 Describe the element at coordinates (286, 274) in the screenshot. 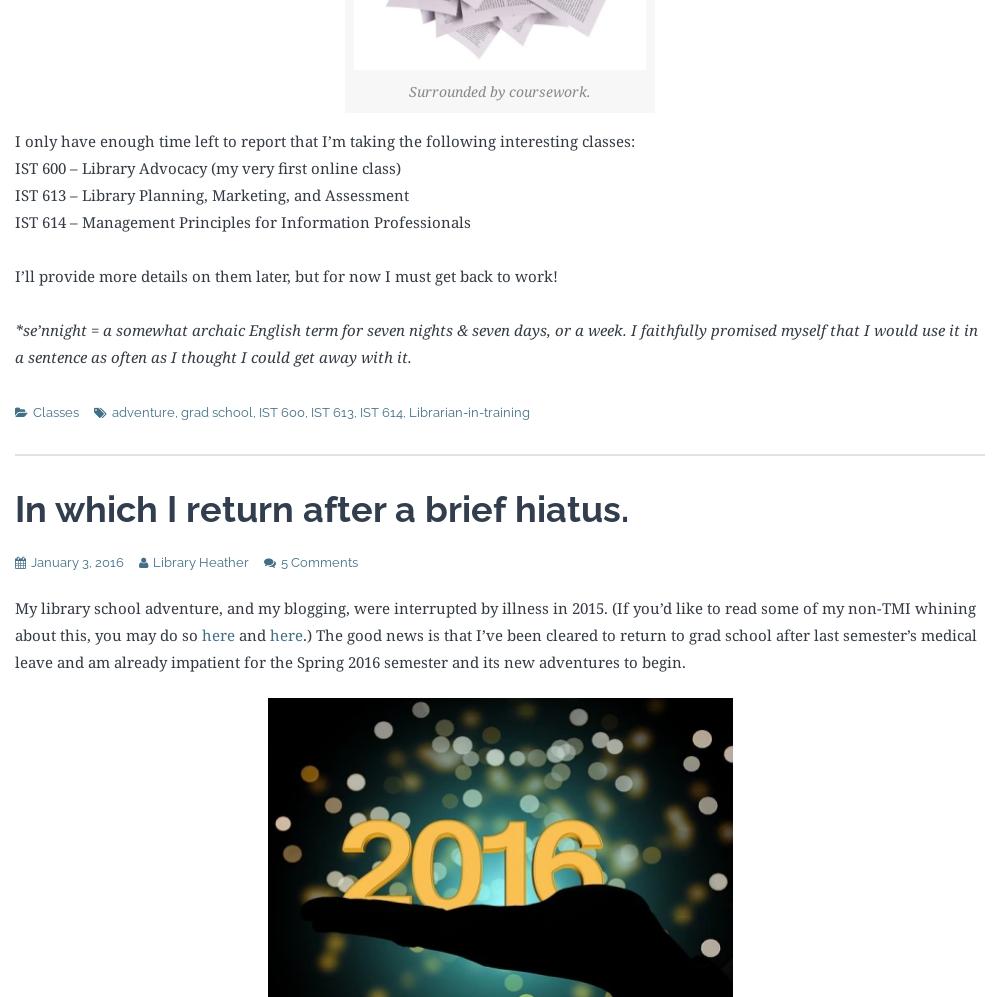

I see `'I’ll provide more details on them later, but for now I must get back to work!'` at that location.